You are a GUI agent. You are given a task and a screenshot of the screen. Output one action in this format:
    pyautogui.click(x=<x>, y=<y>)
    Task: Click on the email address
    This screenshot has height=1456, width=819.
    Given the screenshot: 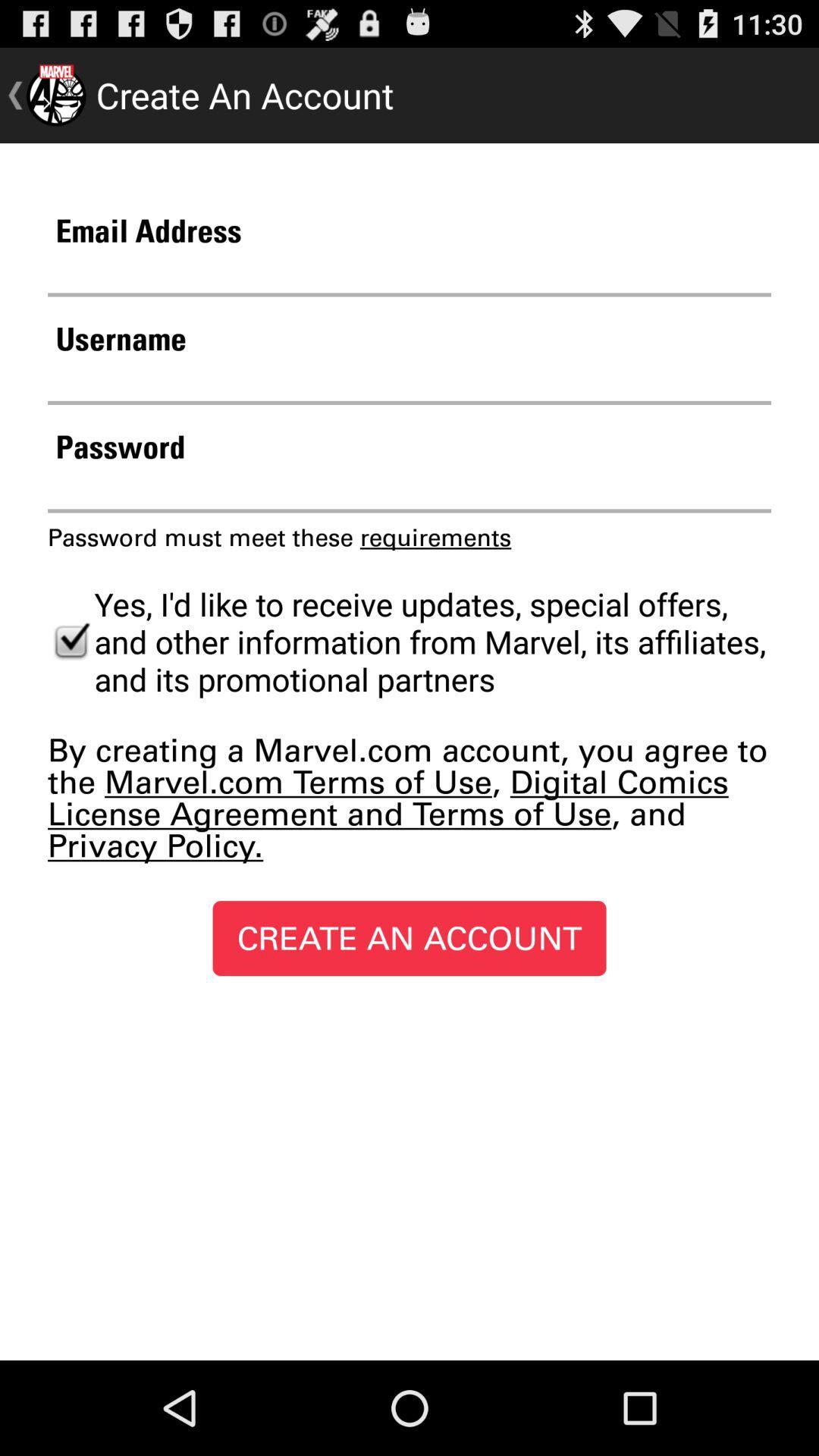 What is the action you would take?
    pyautogui.click(x=409, y=273)
    